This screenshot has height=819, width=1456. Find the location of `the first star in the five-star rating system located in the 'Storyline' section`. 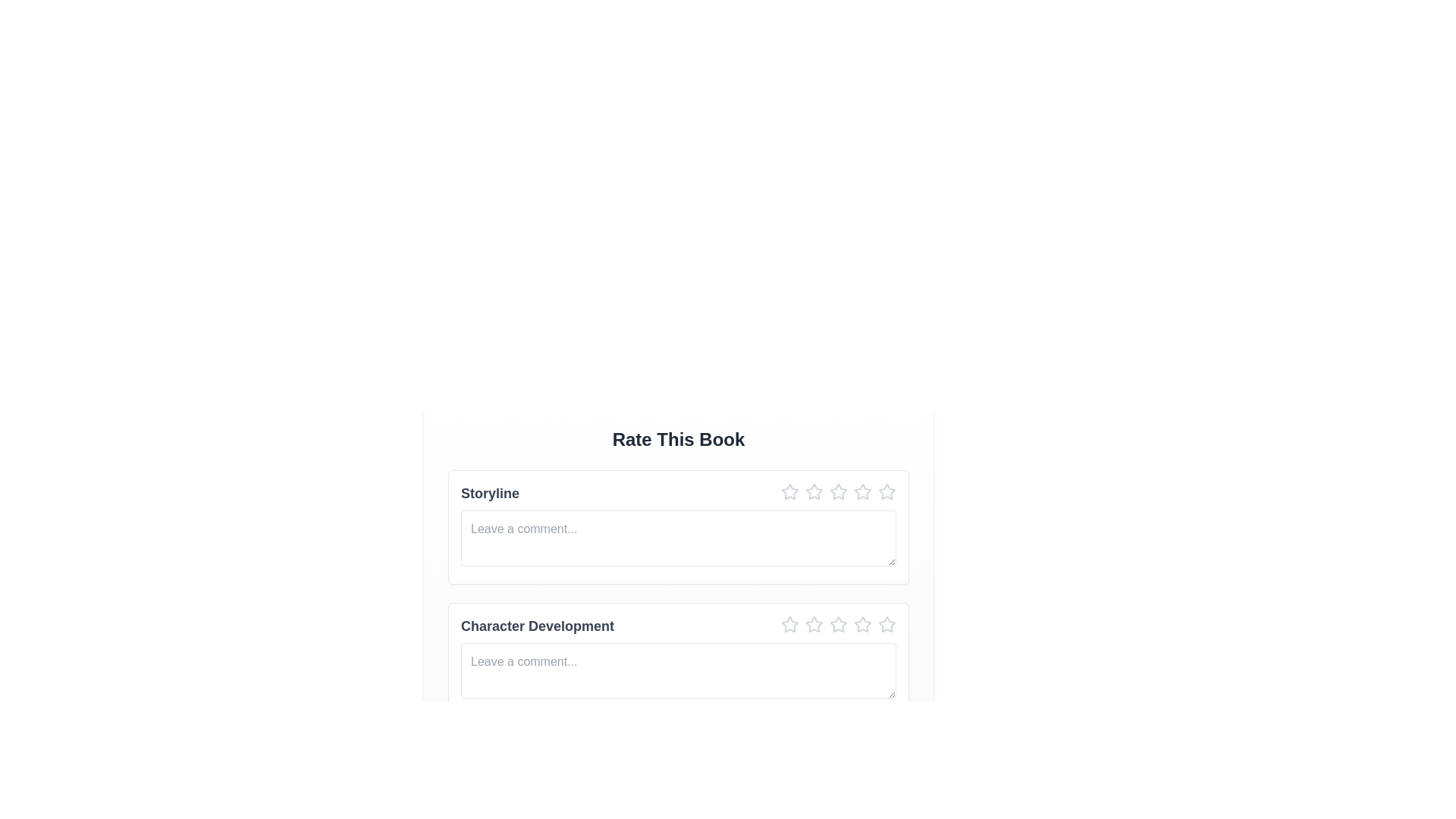

the first star in the five-star rating system located in the 'Storyline' section is located at coordinates (789, 491).